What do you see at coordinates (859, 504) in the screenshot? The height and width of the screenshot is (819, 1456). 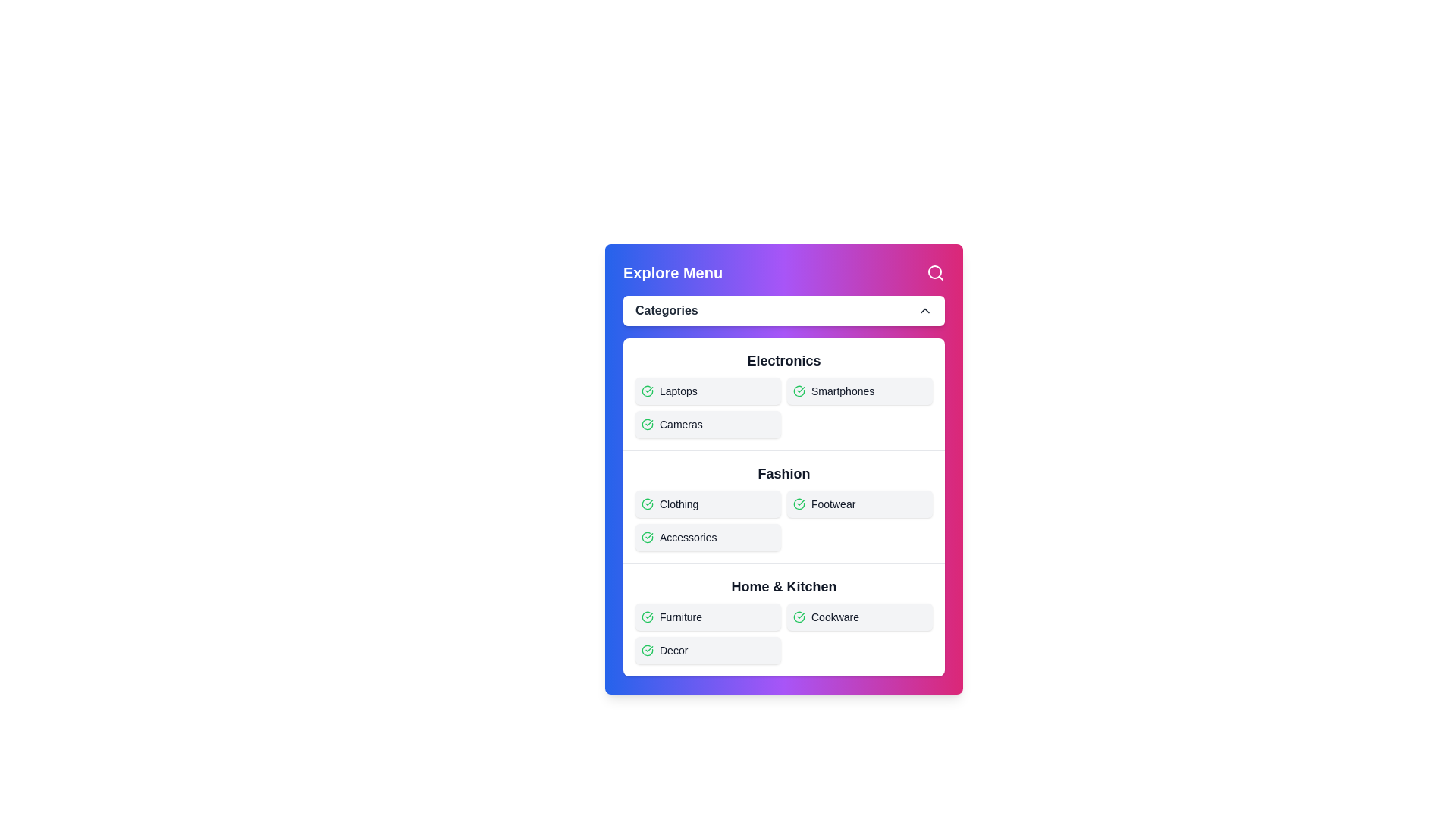 I see `the 'Footwear' button in the 'Fashion' category` at bounding box center [859, 504].